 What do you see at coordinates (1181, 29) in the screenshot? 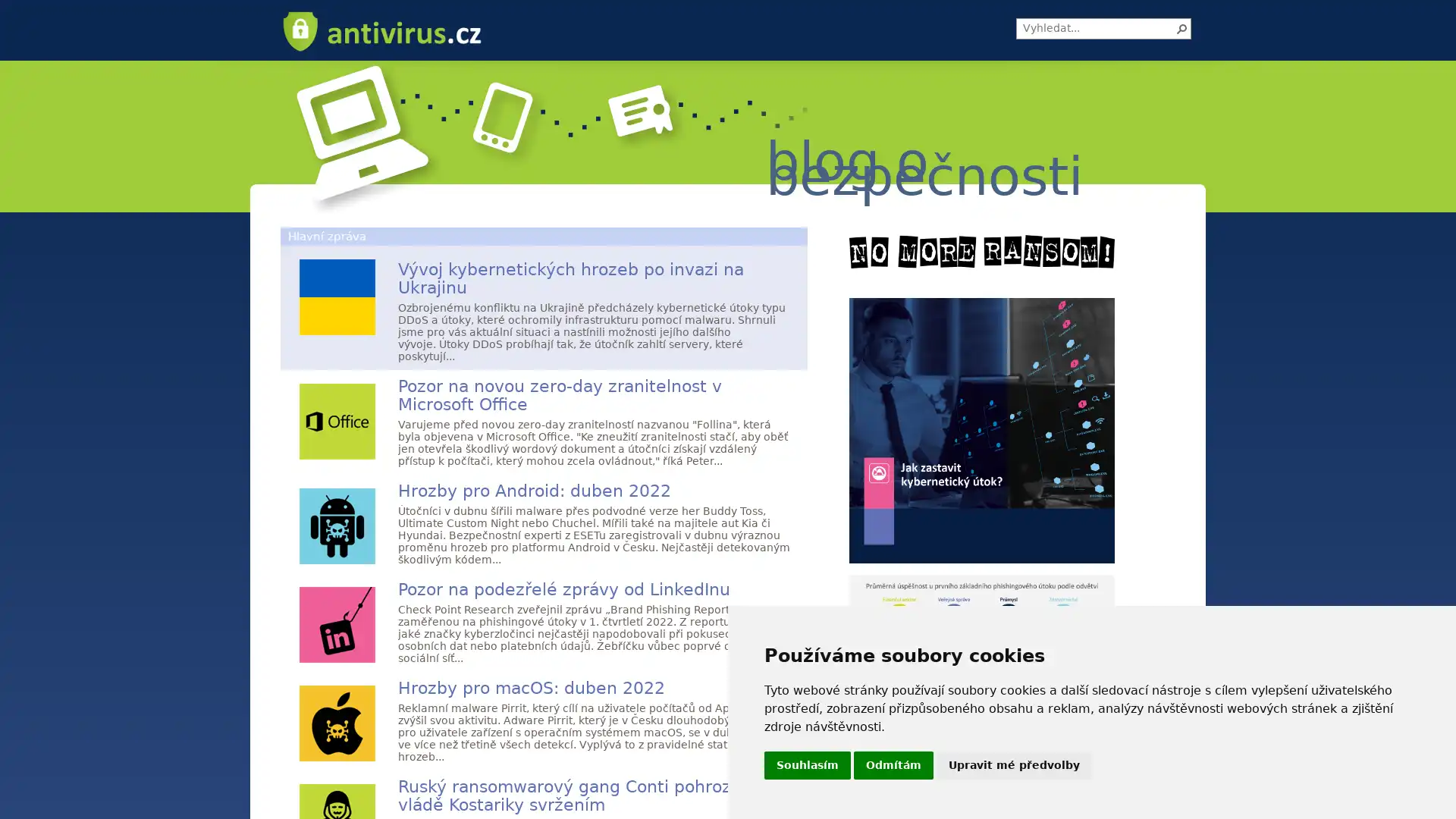
I see `Vyhledat` at bounding box center [1181, 29].